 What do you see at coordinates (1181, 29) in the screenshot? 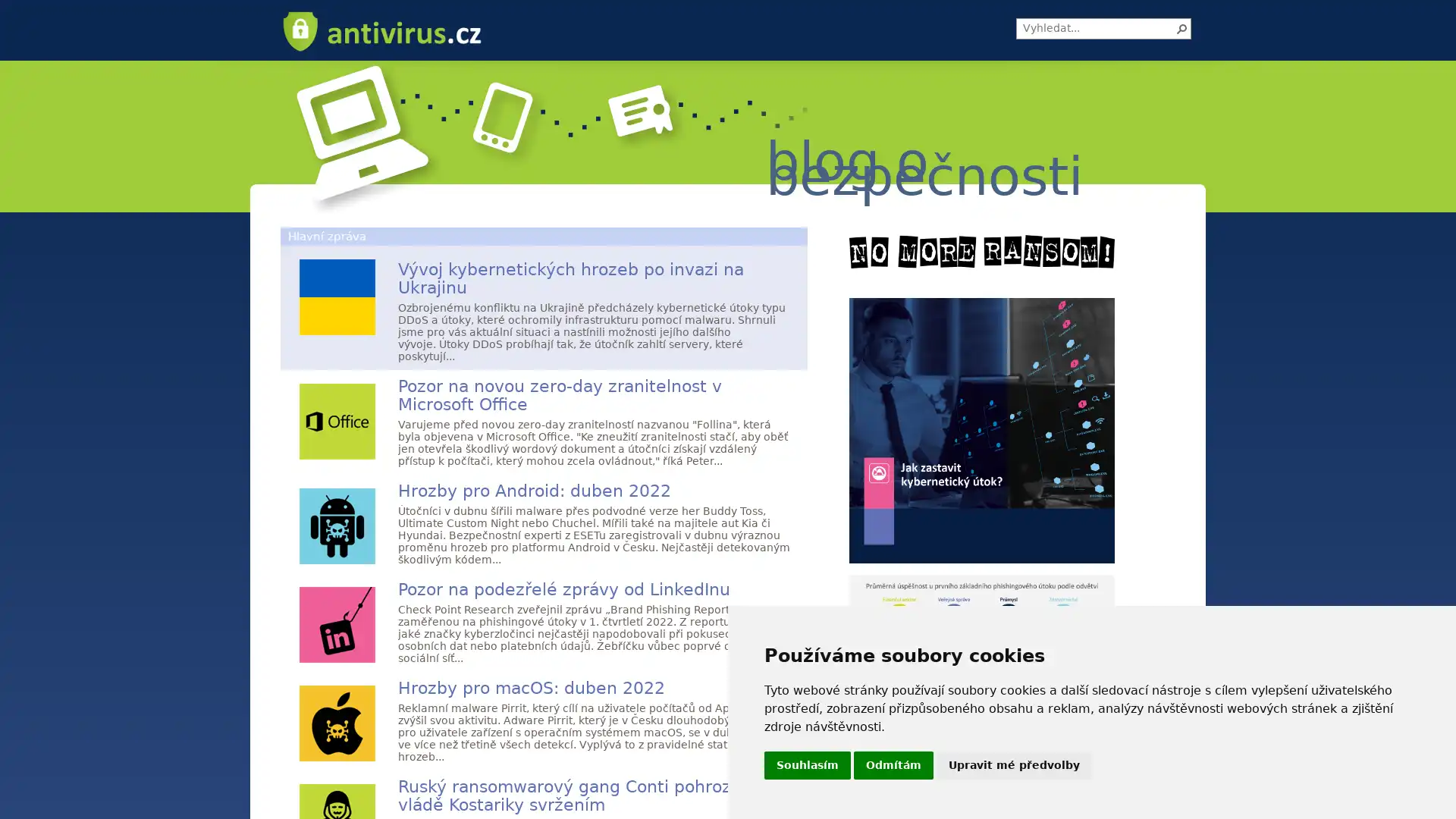
I see `Vyhledat` at bounding box center [1181, 29].